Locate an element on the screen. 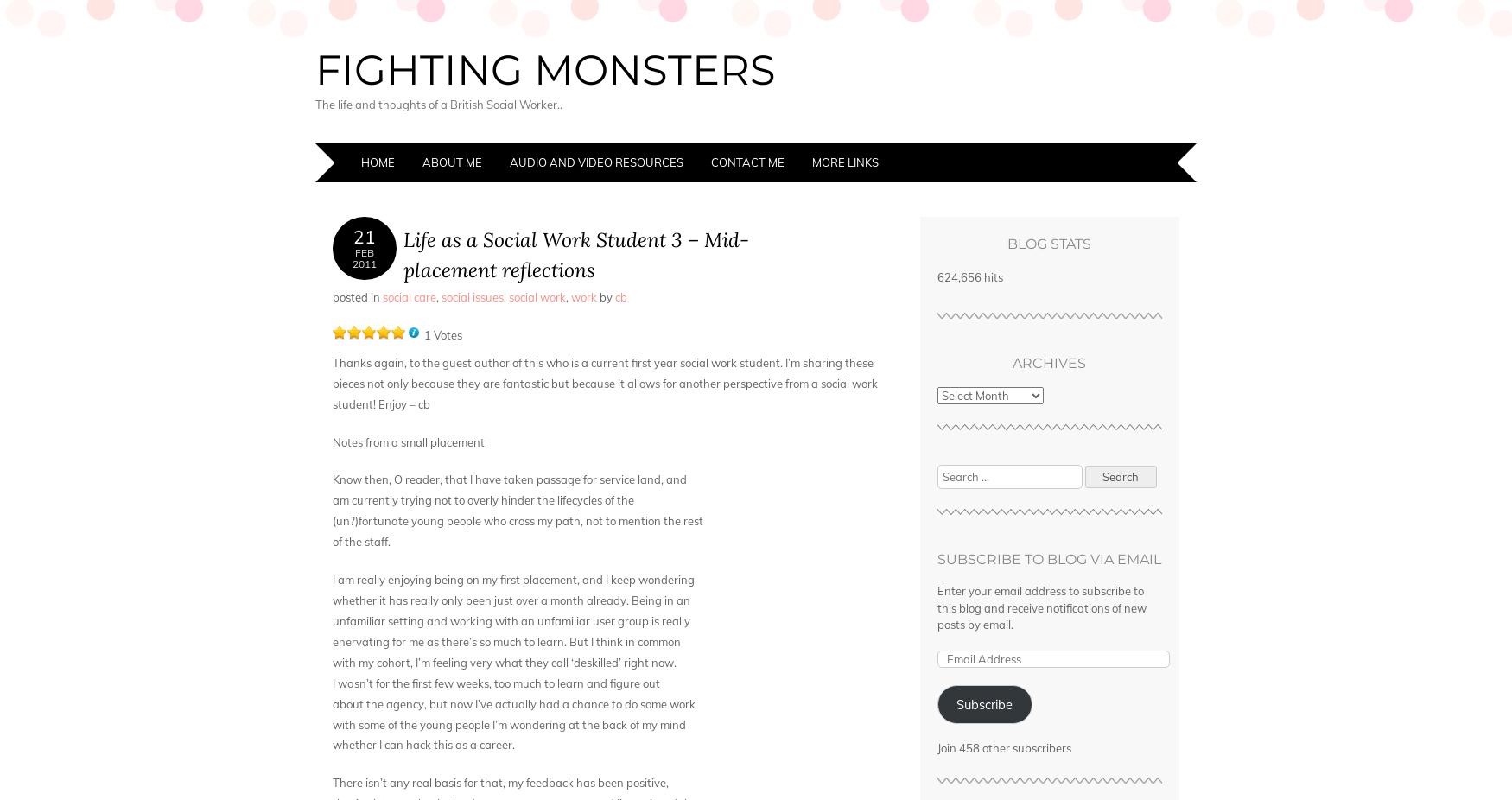  'Enter your email address to subscribe to this blog and receive notifications of new posts by email.' is located at coordinates (936, 607).